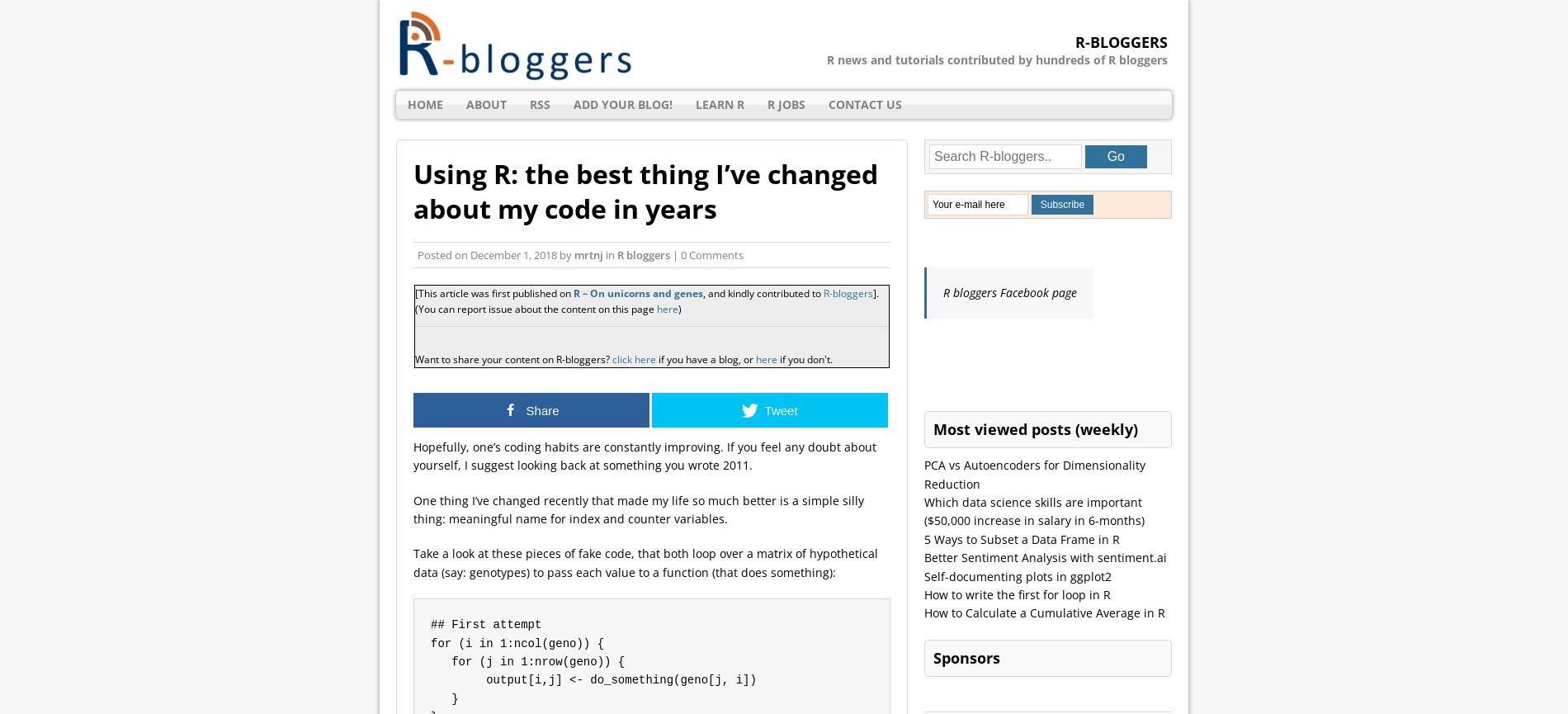  What do you see at coordinates (1034, 428) in the screenshot?
I see `'Most viewed posts (weekly)'` at bounding box center [1034, 428].